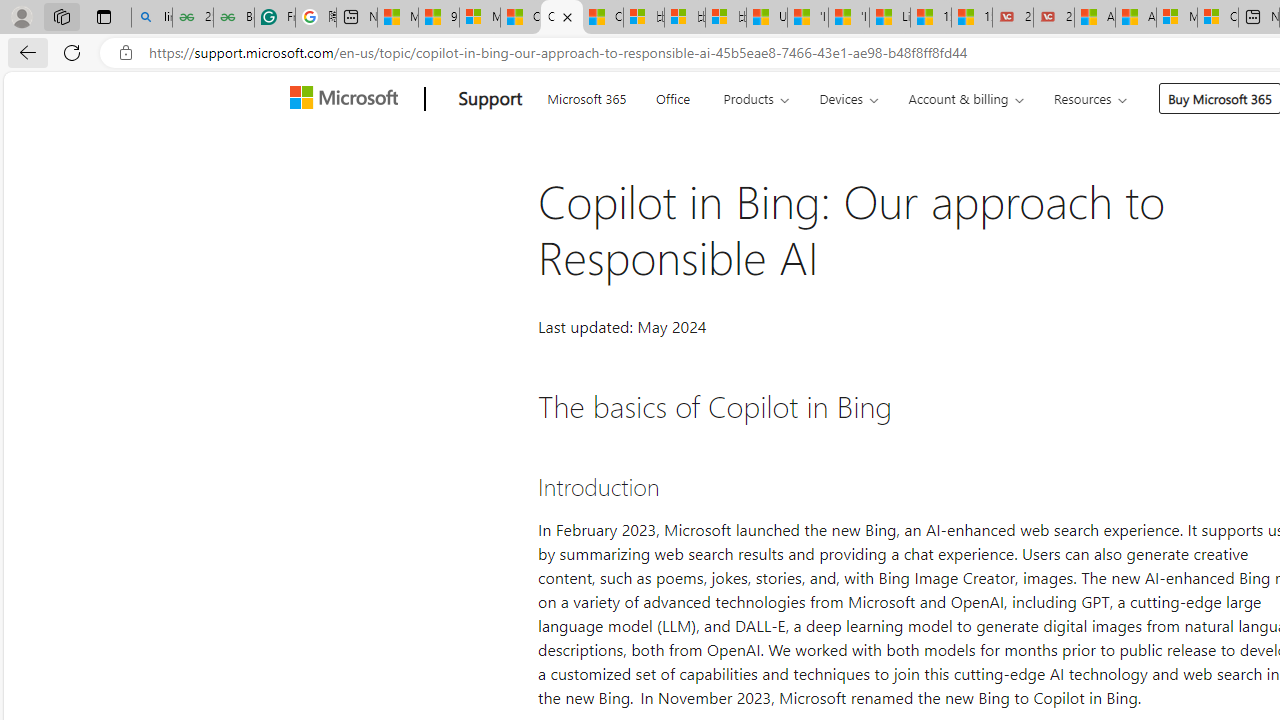 The width and height of the screenshot is (1280, 720). What do you see at coordinates (766, 17) in the screenshot?
I see `'USA TODAY - MSN'` at bounding box center [766, 17].